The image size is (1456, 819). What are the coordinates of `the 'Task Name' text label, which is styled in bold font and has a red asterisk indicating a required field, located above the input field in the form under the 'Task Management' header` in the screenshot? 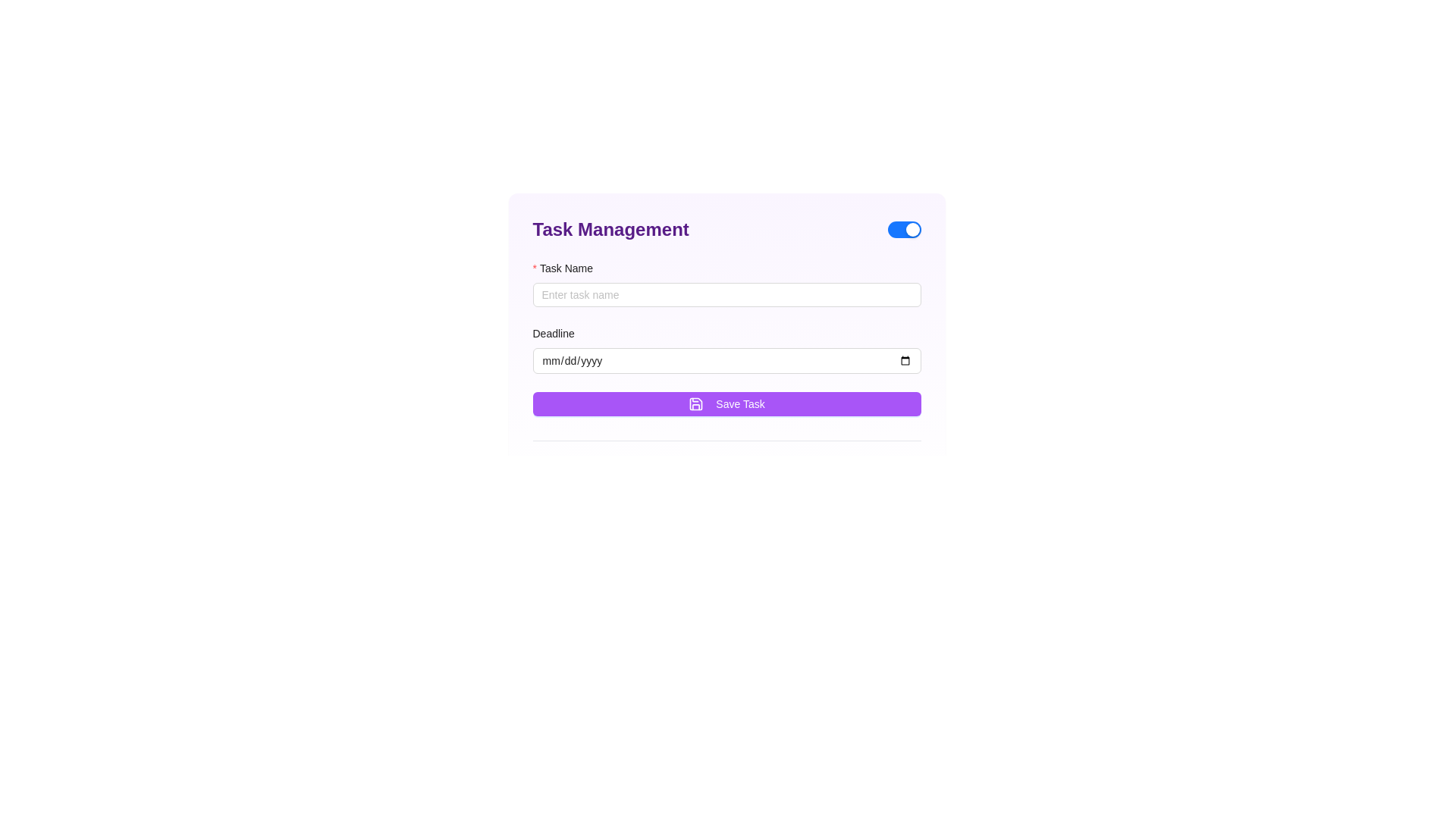 It's located at (567, 268).